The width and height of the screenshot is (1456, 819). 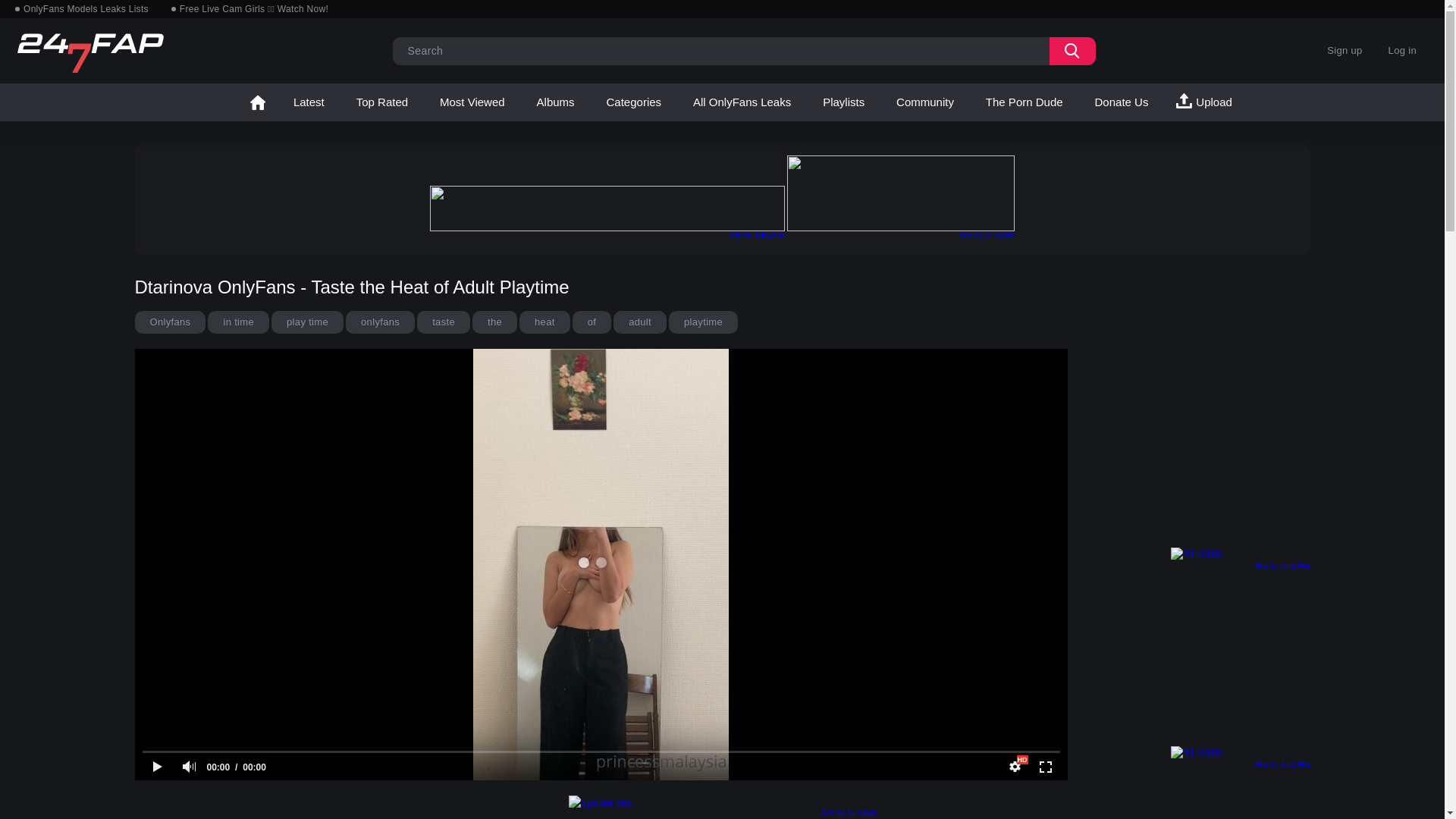 What do you see at coordinates (1122, 102) in the screenshot?
I see `'Donate Us'` at bounding box center [1122, 102].